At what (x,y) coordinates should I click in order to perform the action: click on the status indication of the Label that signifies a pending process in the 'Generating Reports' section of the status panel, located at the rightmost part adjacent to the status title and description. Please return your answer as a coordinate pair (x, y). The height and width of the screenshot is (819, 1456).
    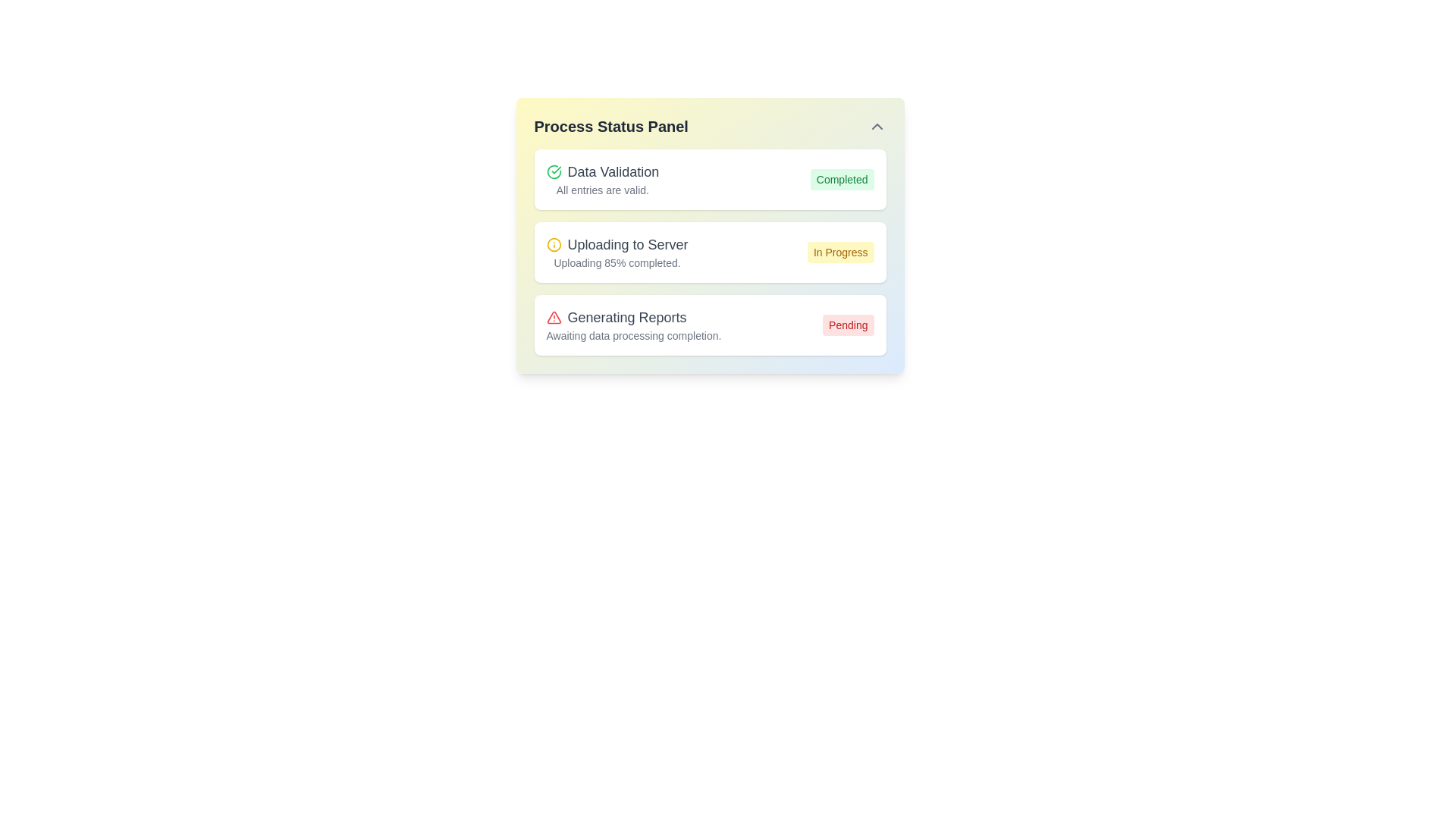
    Looking at the image, I should click on (847, 324).